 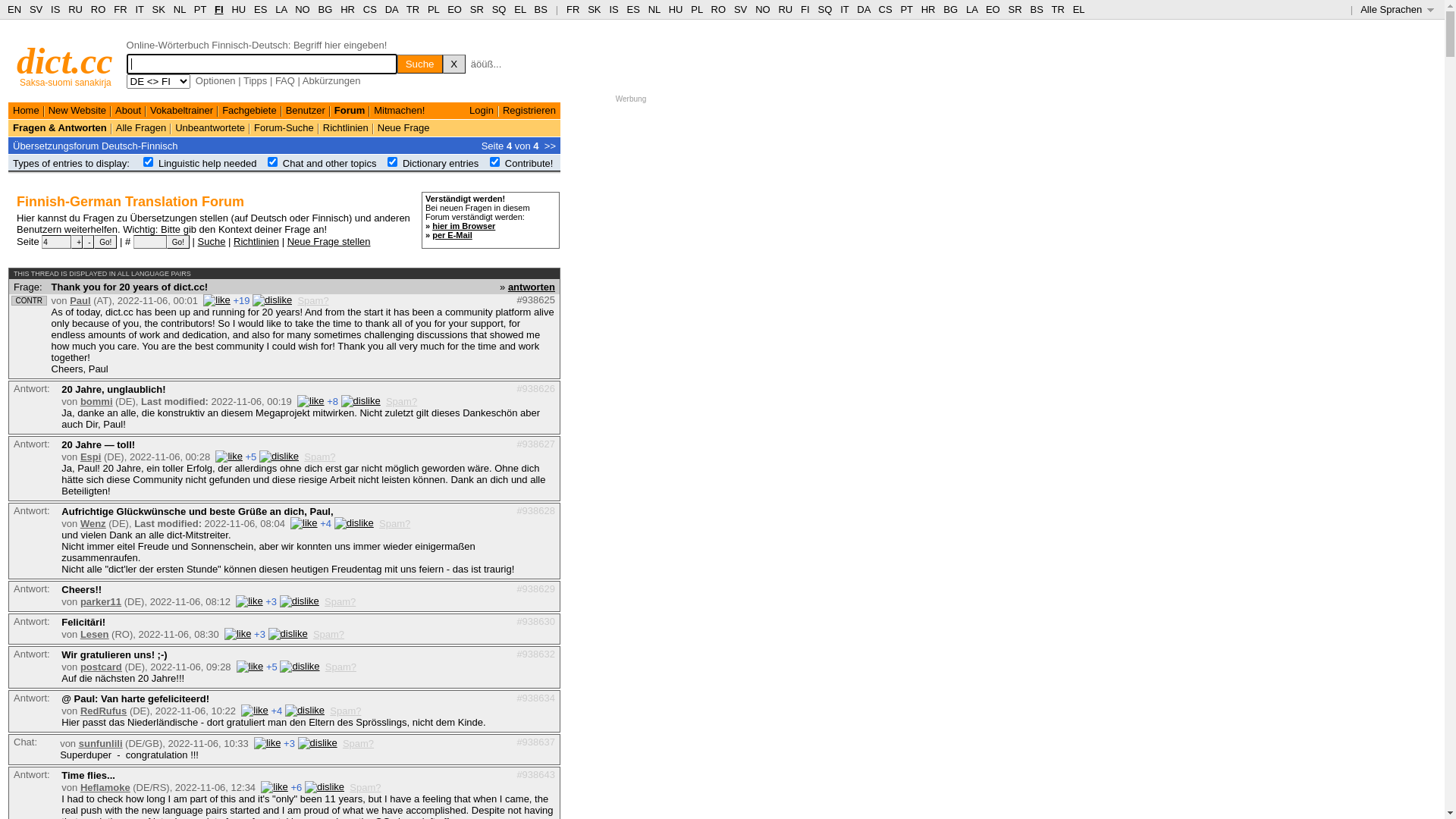 I want to click on 'Alle Fragen', so click(x=115, y=127).